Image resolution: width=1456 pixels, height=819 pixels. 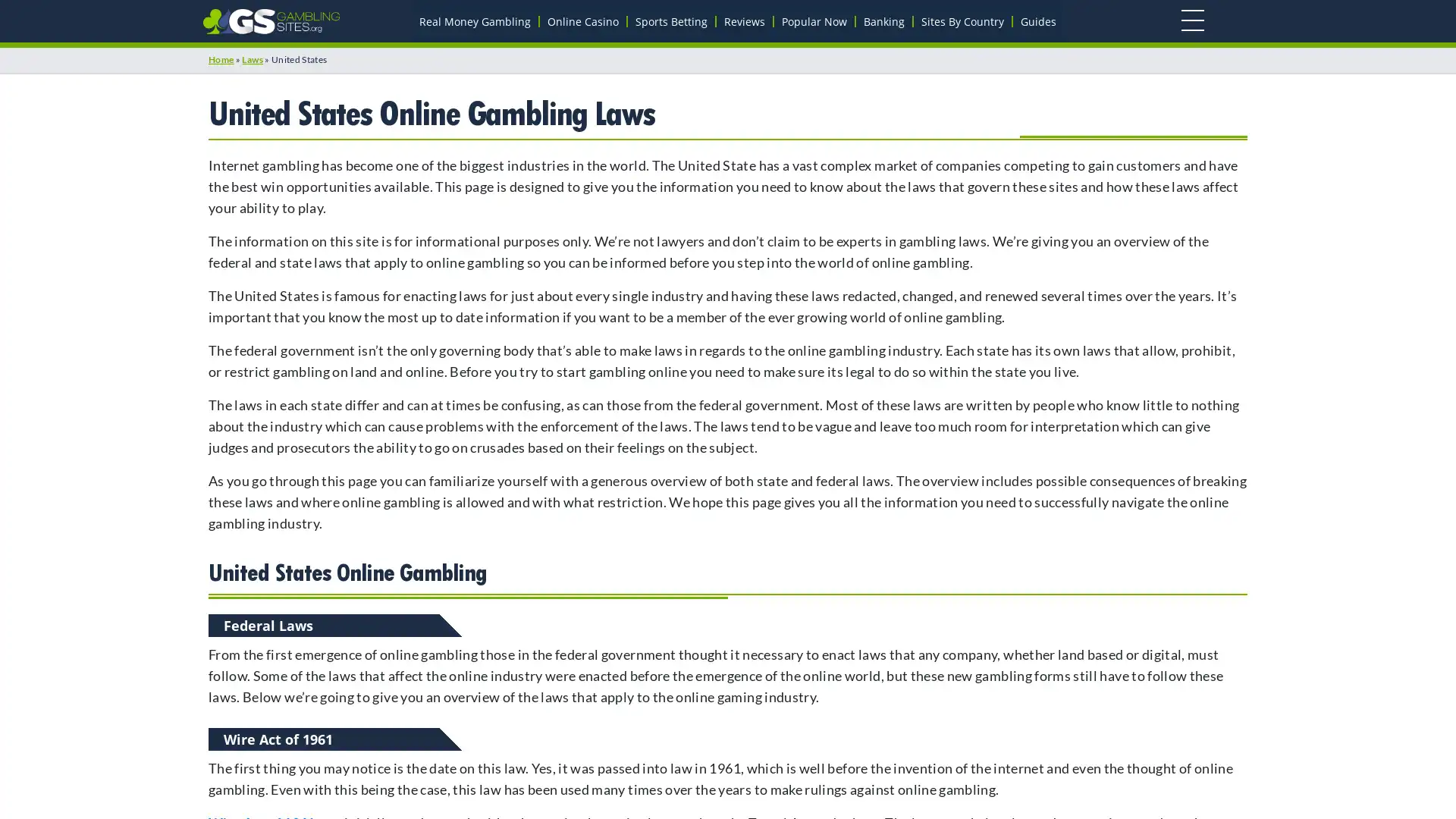 I want to click on Toggle navigation, so click(x=1191, y=20).